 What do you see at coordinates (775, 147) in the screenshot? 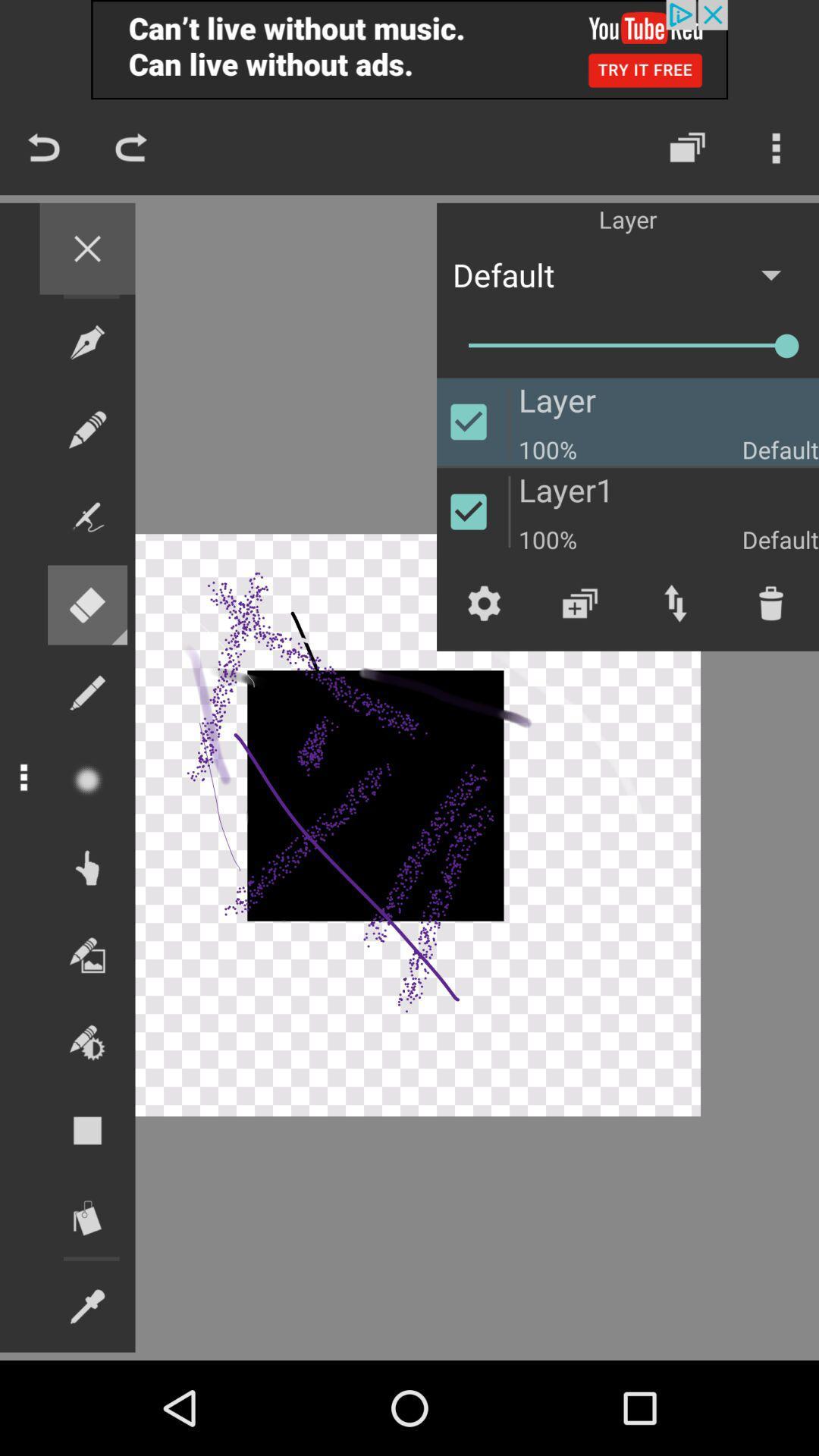
I see `the more icon` at bounding box center [775, 147].